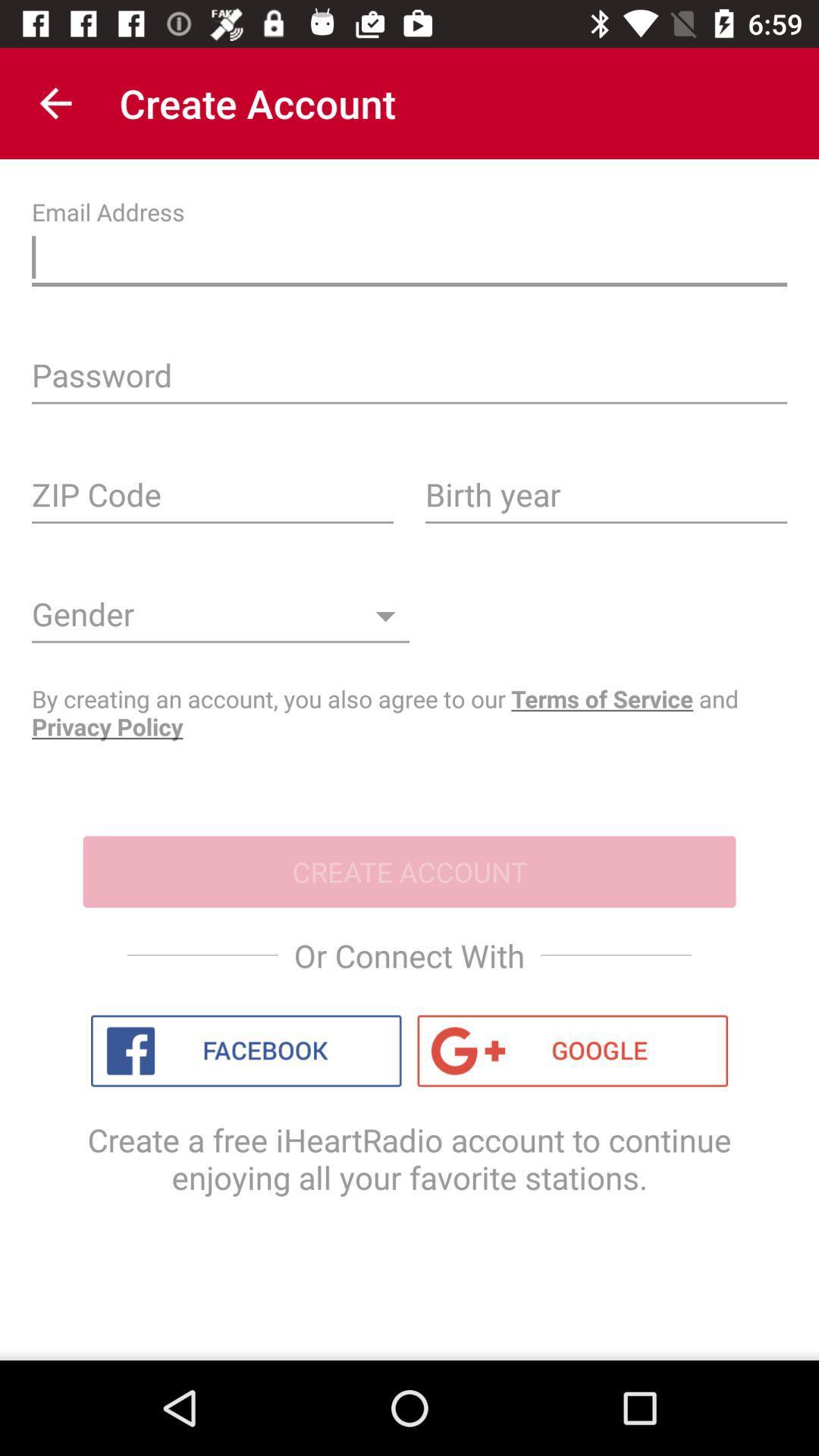  Describe the element at coordinates (605, 500) in the screenshot. I see `your birth year` at that location.